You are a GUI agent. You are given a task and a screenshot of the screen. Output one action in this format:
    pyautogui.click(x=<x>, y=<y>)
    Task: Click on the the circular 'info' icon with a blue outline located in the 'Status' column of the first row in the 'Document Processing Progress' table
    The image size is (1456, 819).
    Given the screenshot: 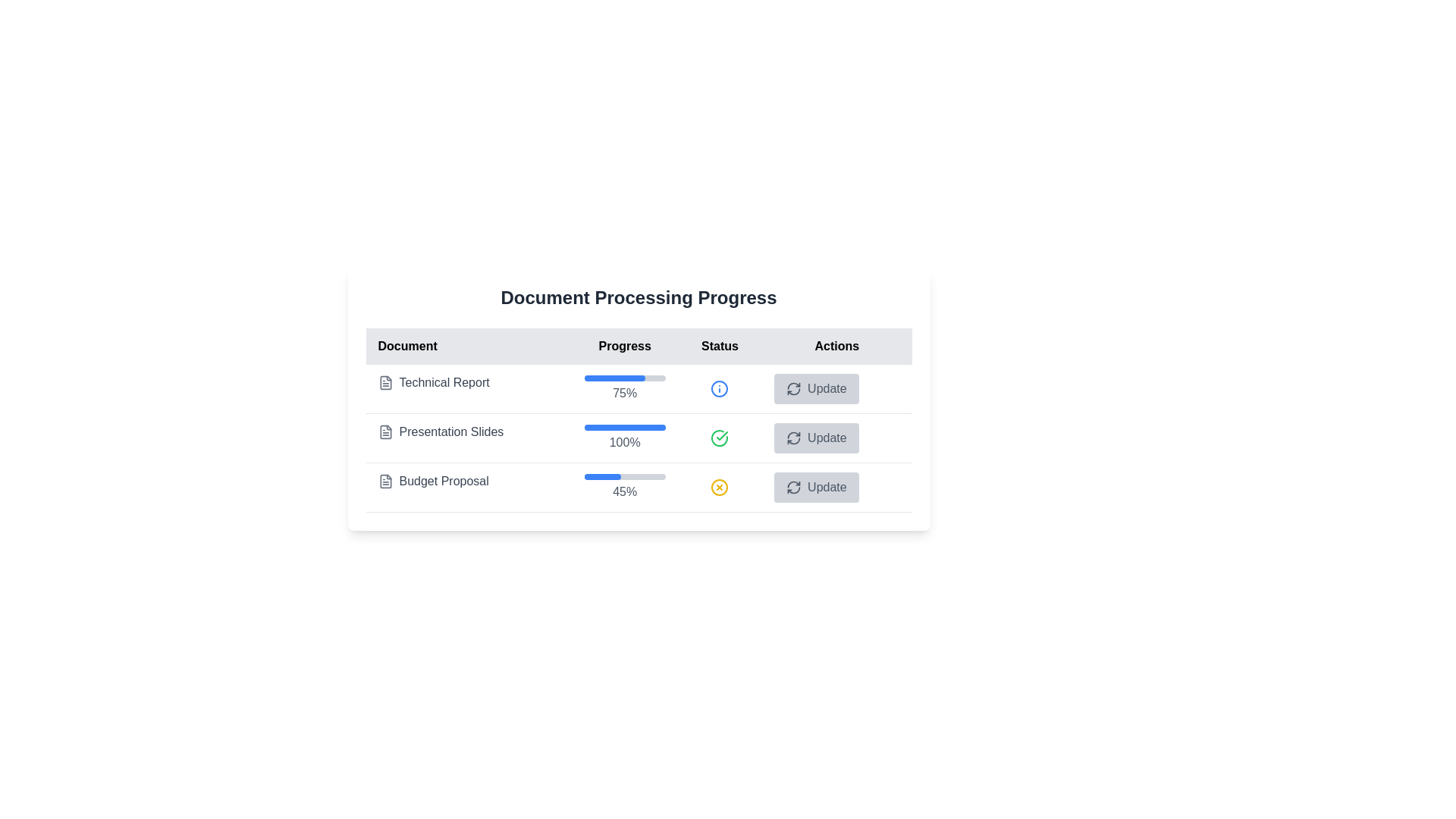 What is the action you would take?
    pyautogui.click(x=719, y=388)
    